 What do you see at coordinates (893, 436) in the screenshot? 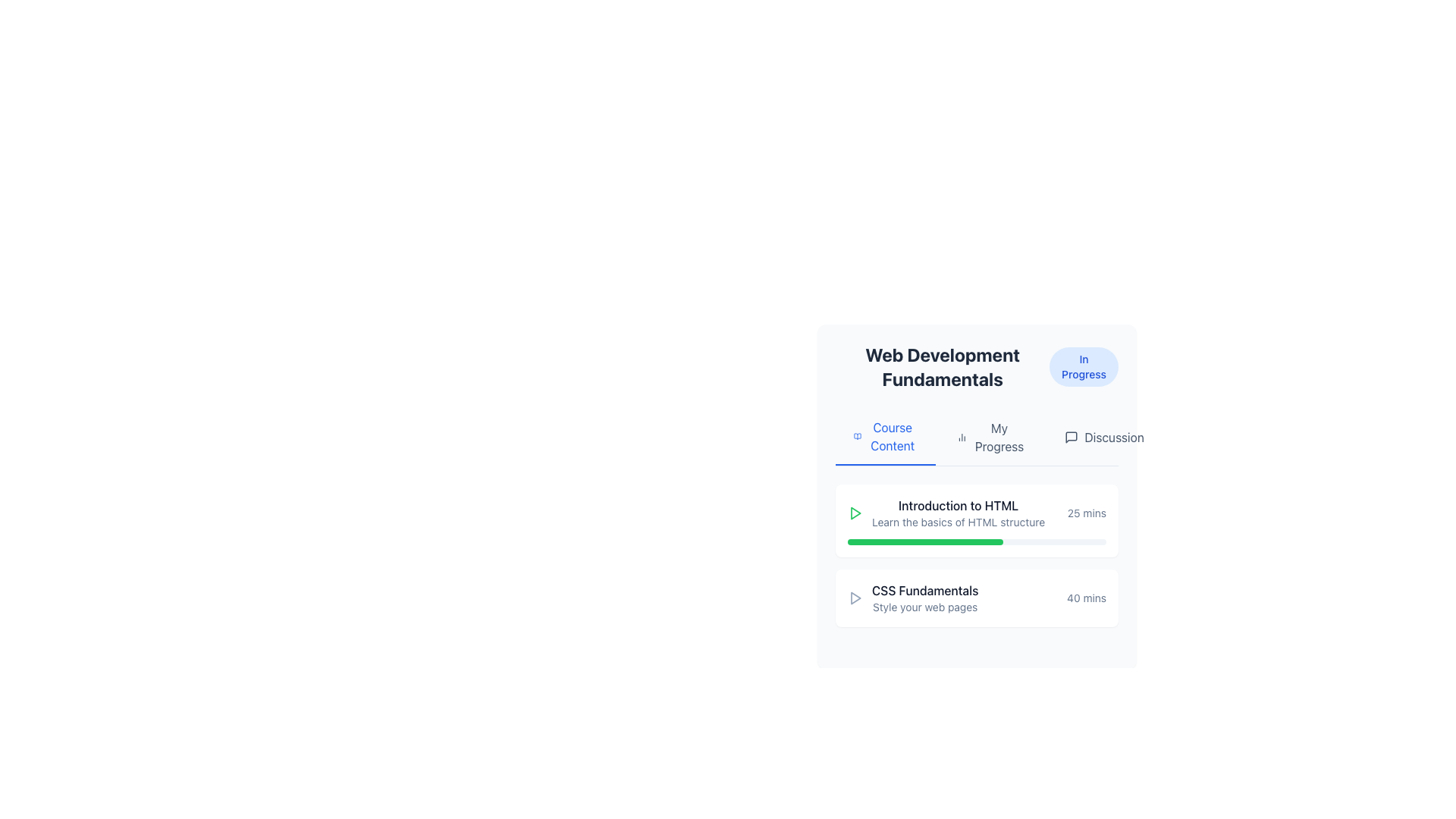
I see `the navigational text label on the left side of the course detail section` at bounding box center [893, 436].